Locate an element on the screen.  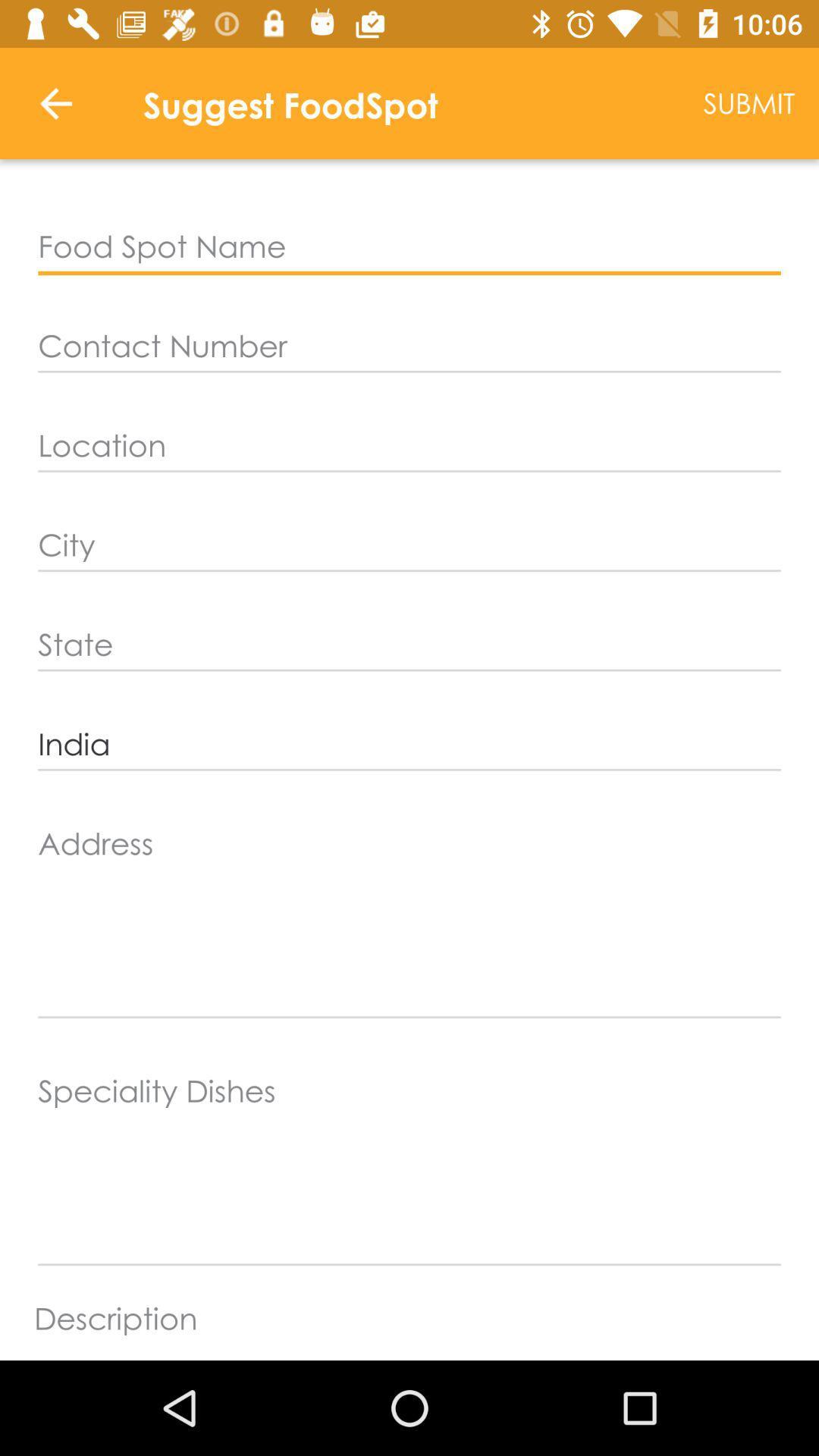
the submit item is located at coordinates (748, 102).